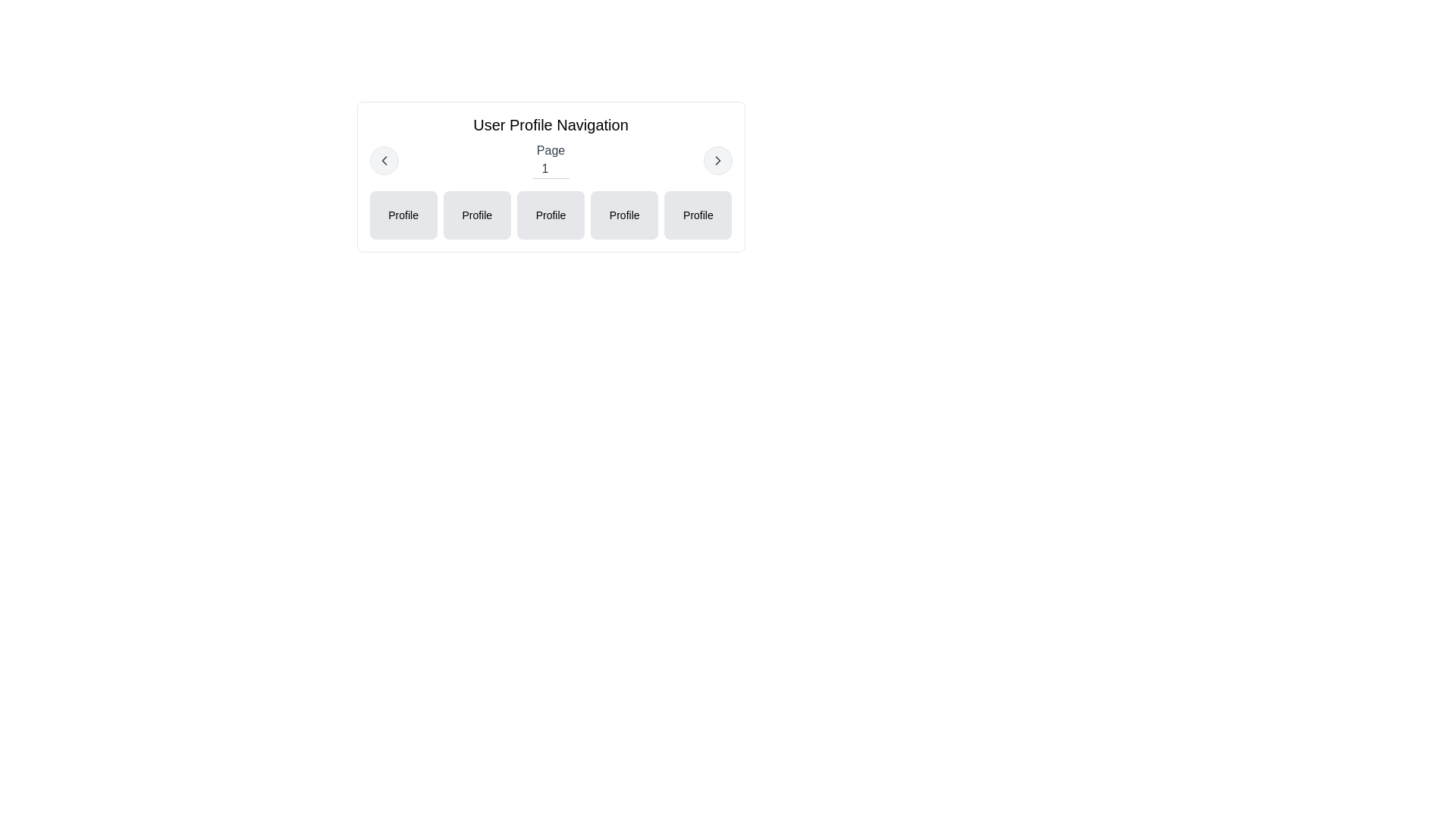  What do you see at coordinates (717, 160) in the screenshot?
I see `the rightward chevron-shaped graphical icon button in the user profile navigation area` at bounding box center [717, 160].